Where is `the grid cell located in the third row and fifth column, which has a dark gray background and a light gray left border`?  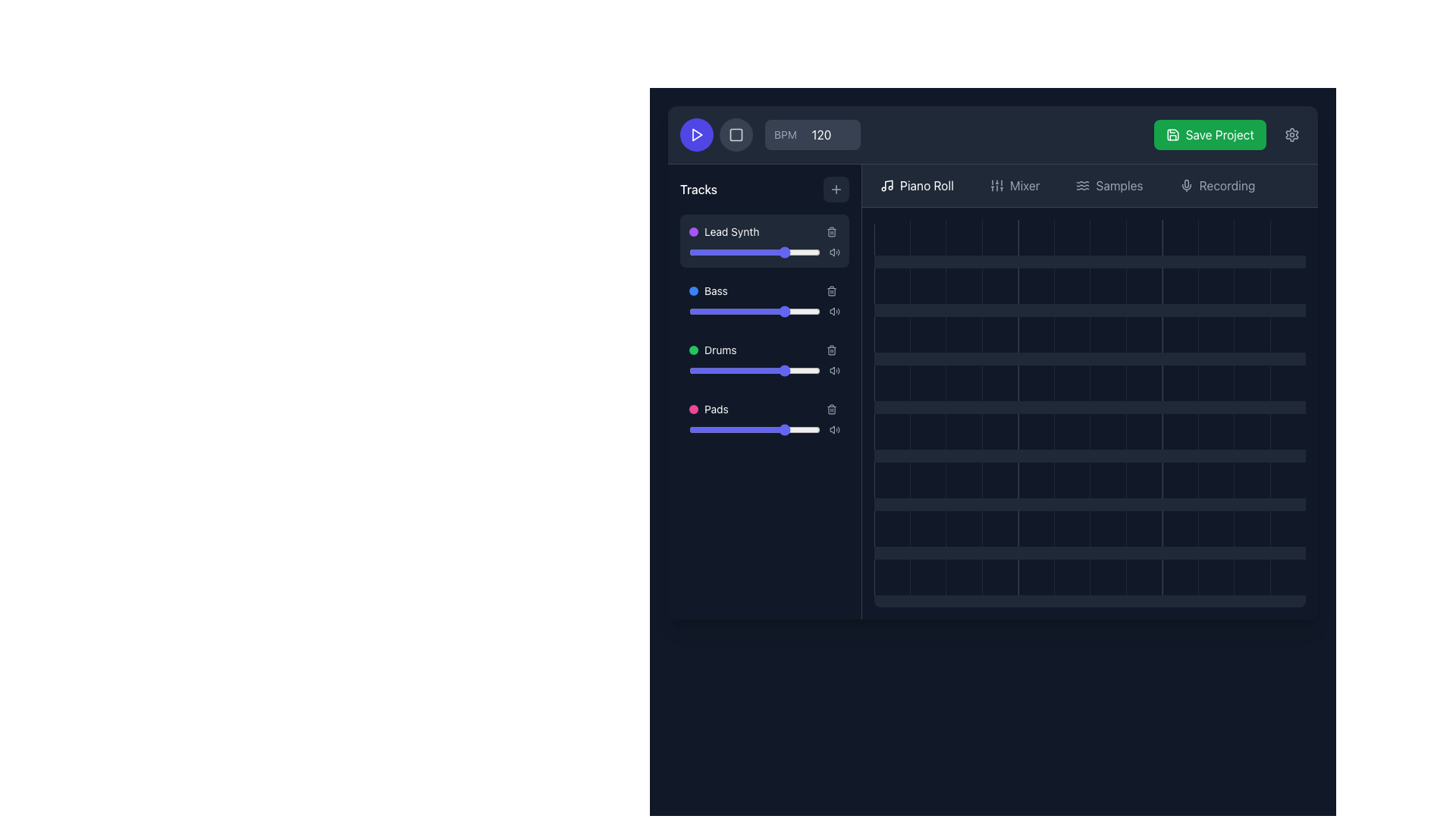 the grid cell located in the third row and fifth column, which has a dark gray background and a light gray left border is located at coordinates (1035, 334).